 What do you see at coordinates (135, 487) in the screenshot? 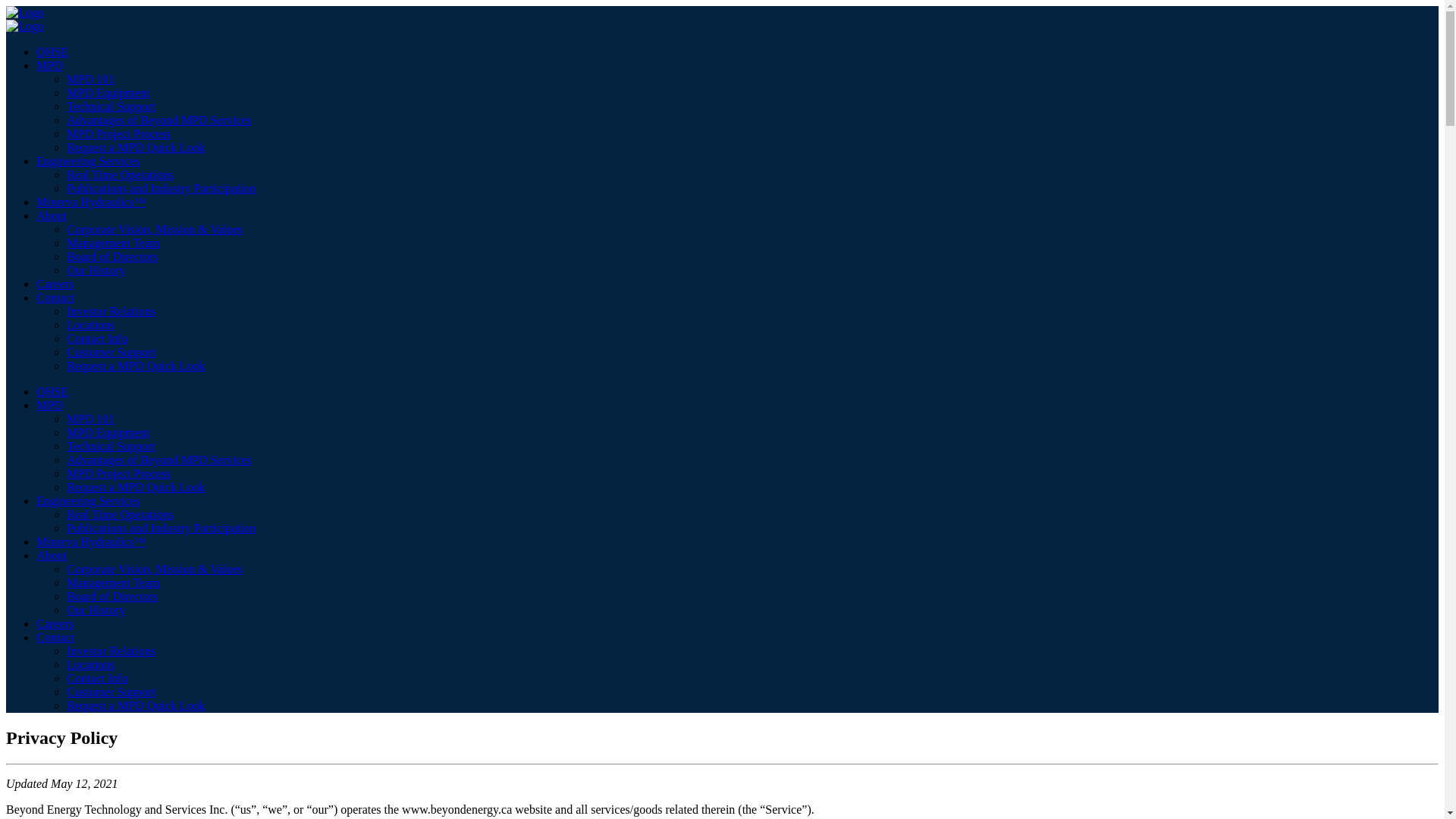
I see `'Request a MPD Quick Look'` at bounding box center [135, 487].